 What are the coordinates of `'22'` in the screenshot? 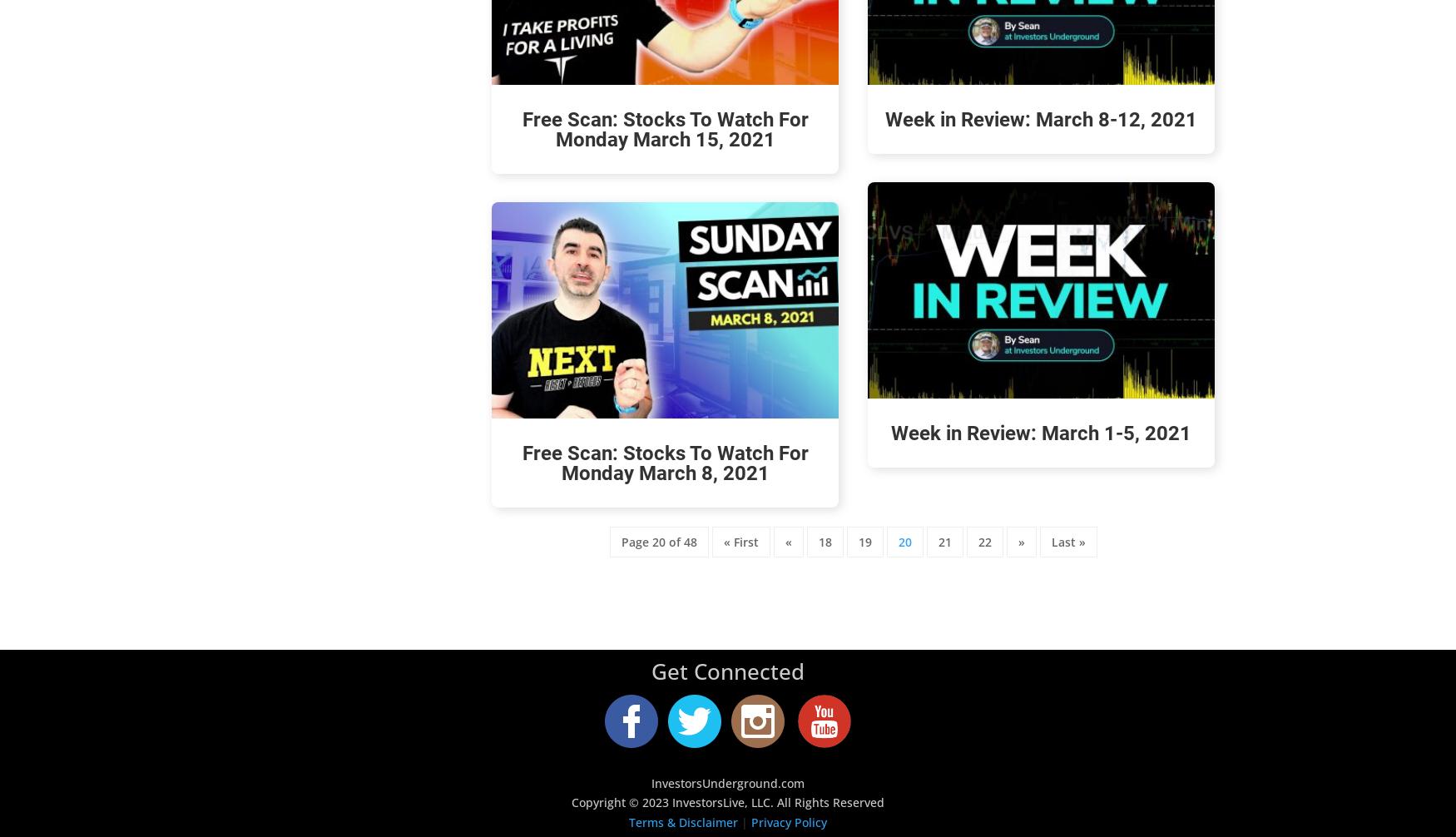 It's located at (983, 542).